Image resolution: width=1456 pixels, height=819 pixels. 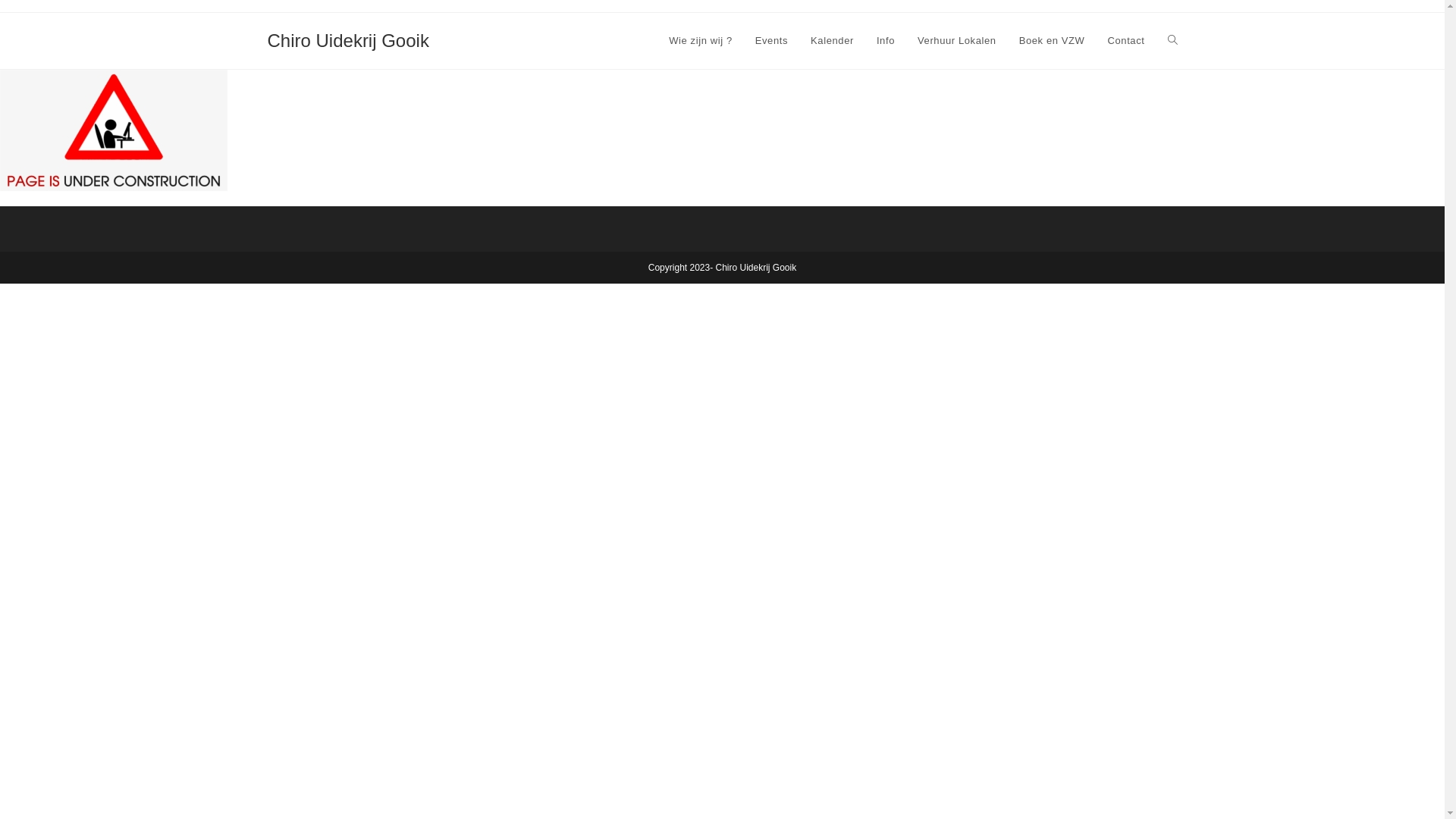 I want to click on 'Boek en VZW', so click(x=1051, y=40).